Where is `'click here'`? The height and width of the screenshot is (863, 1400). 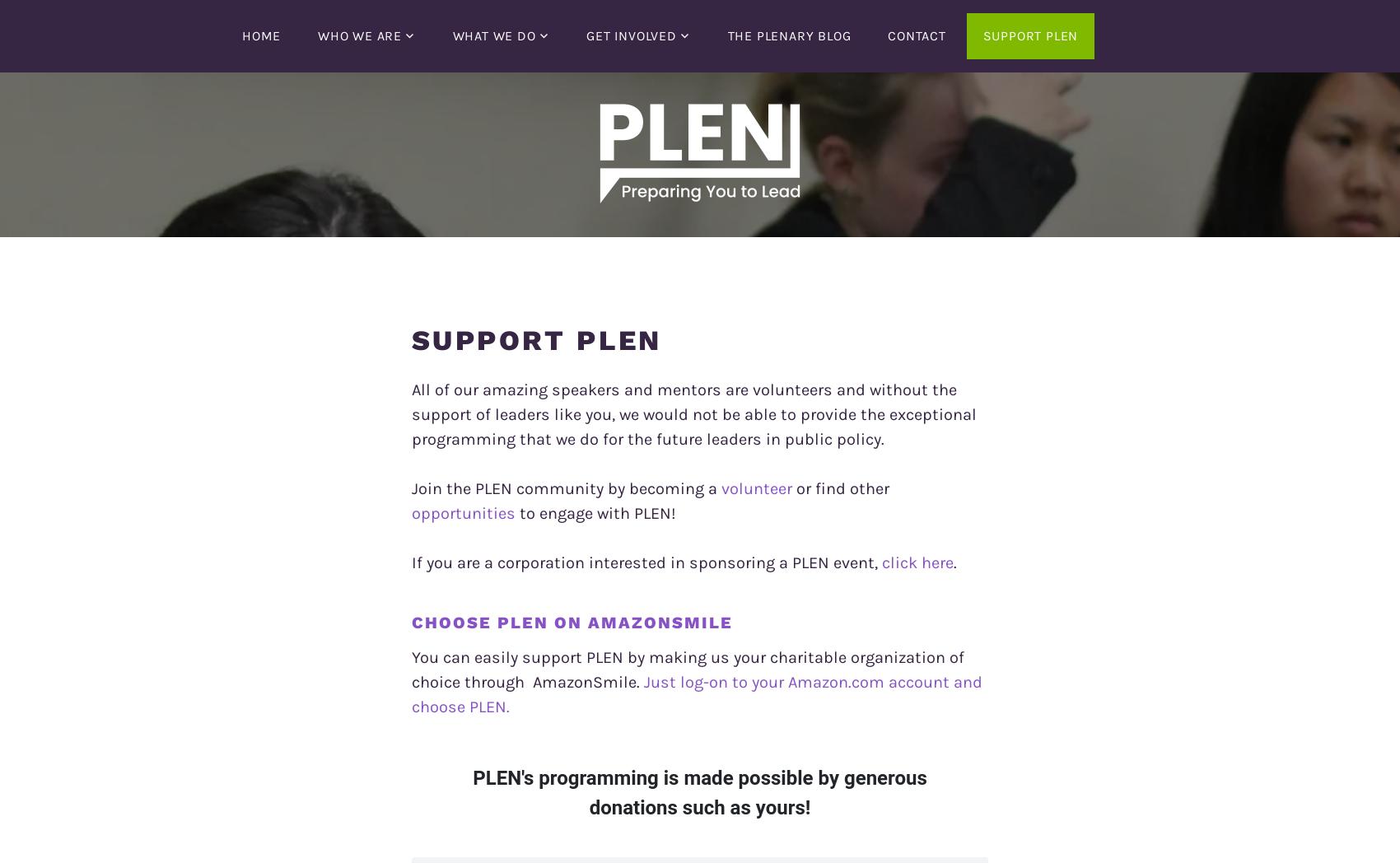
'click here' is located at coordinates (917, 562).